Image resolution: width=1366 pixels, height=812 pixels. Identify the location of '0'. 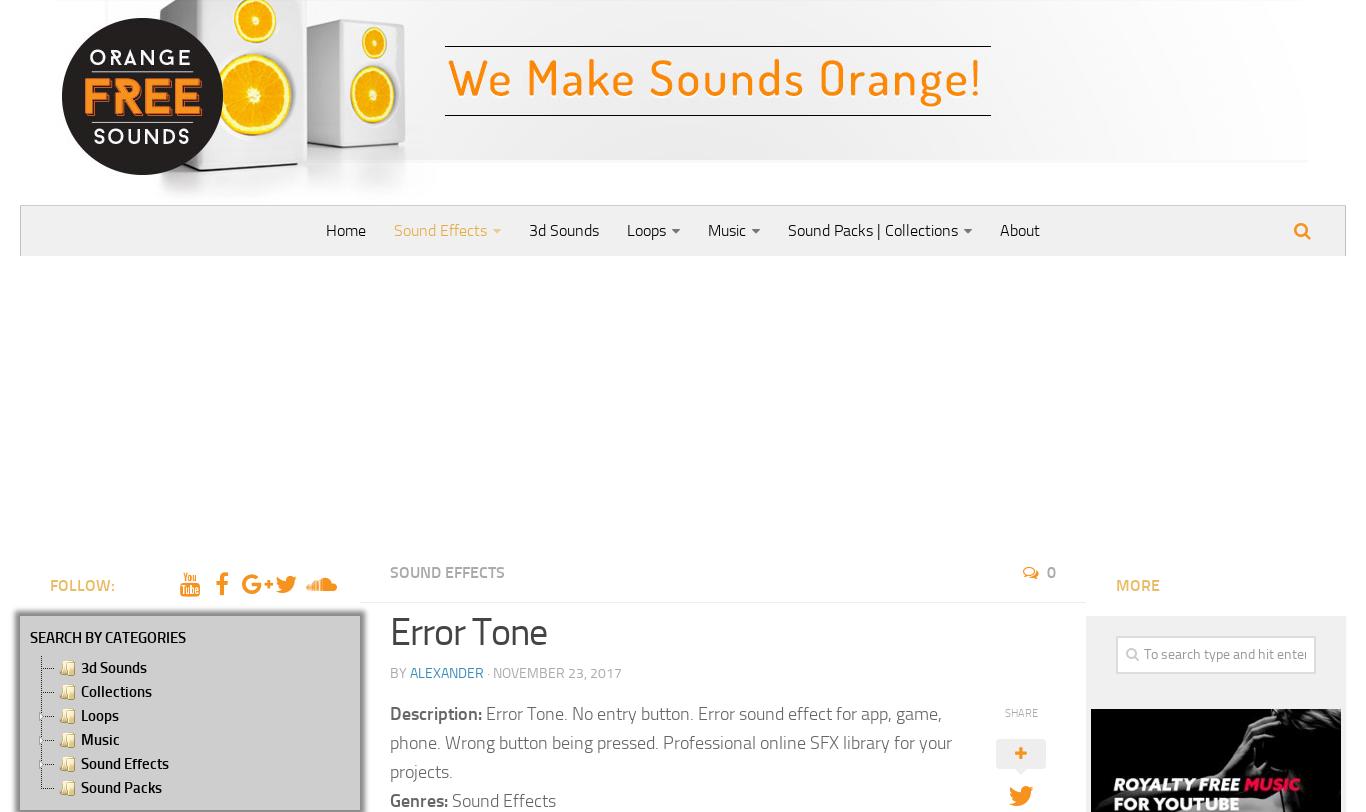
(1050, 572).